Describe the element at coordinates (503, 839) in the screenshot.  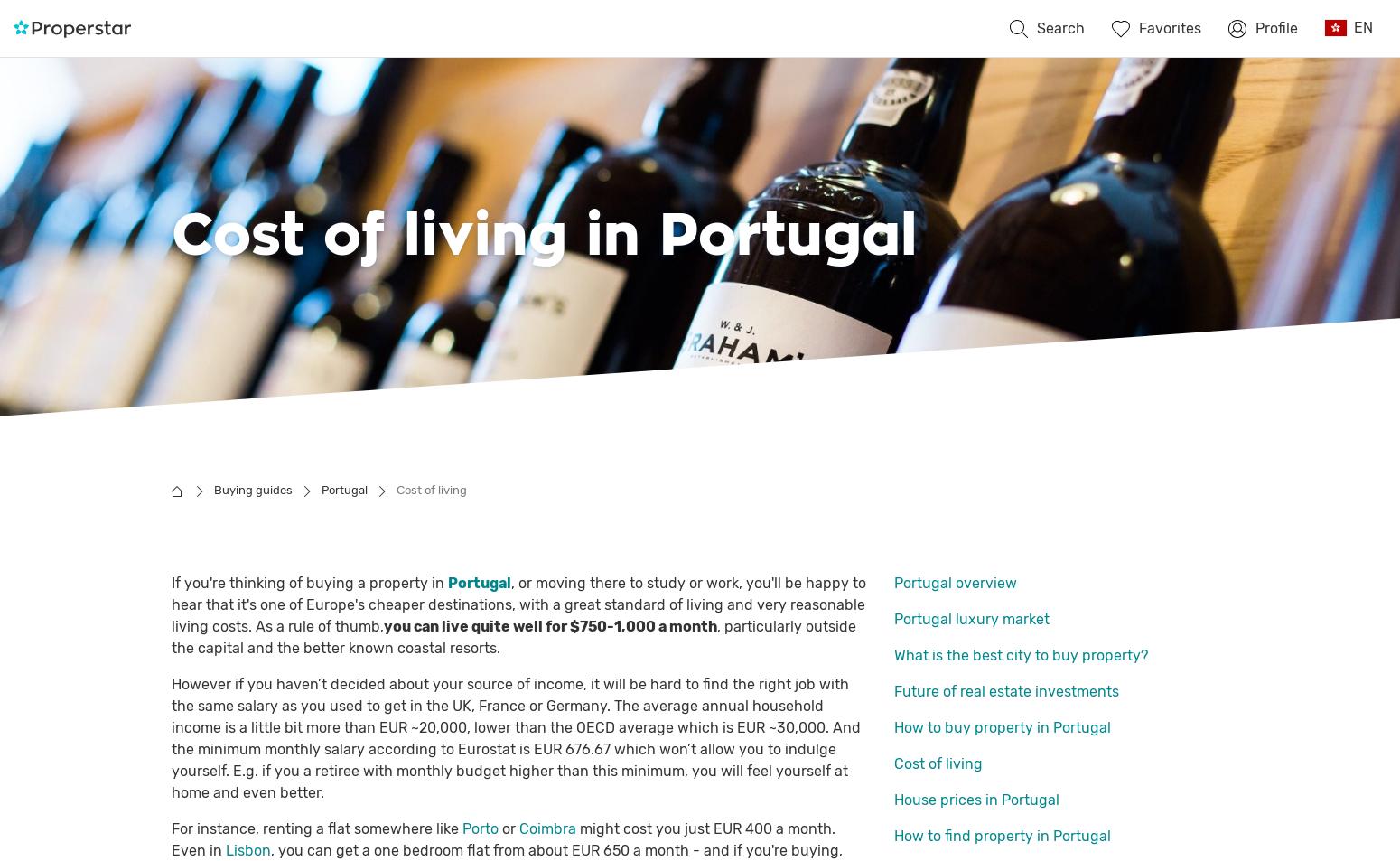
I see `'might cost you just EUR 400 a month. Even in'` at that location.